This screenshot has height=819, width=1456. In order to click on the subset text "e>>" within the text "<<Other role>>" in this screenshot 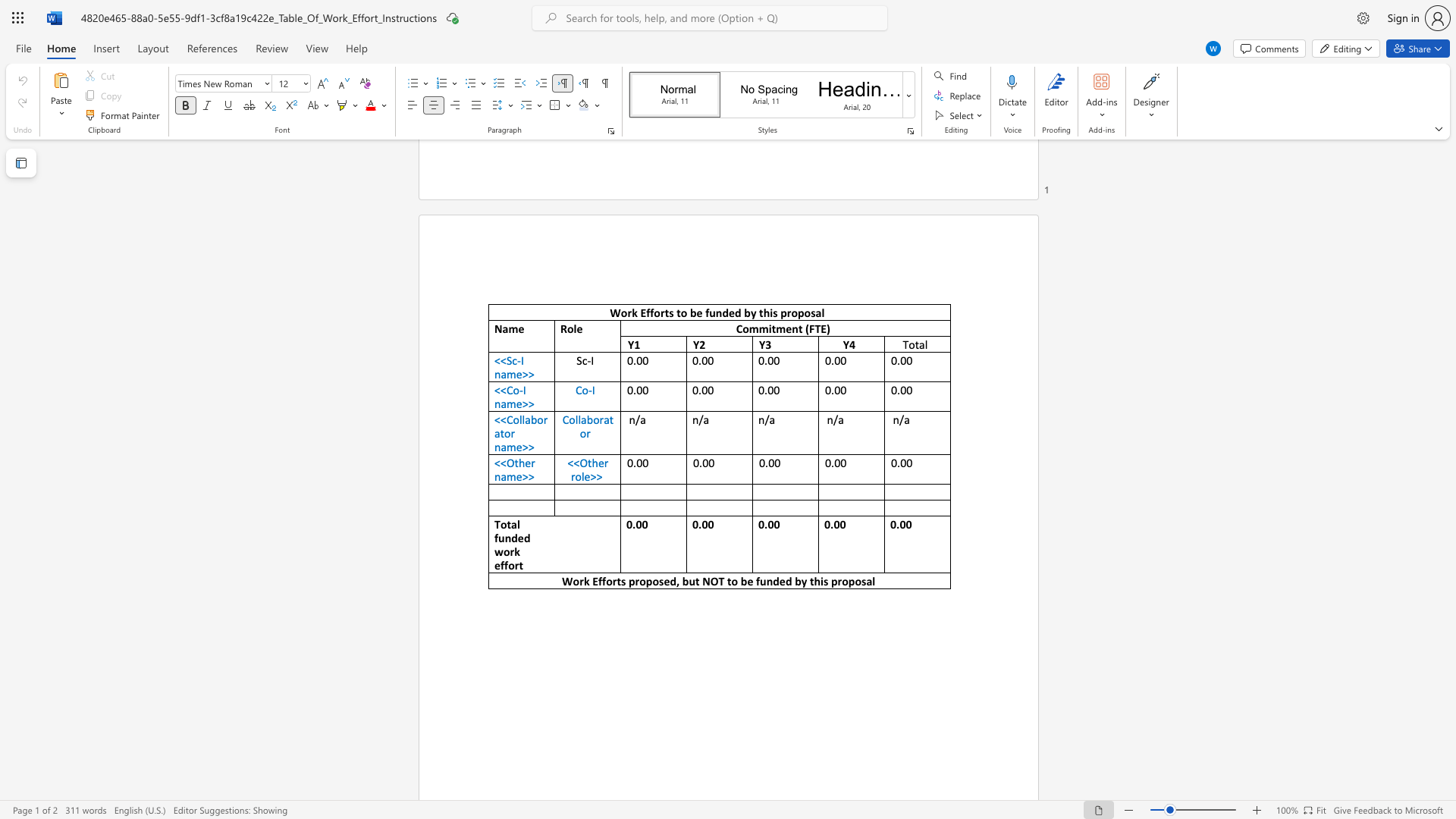, I will do `click(583, 475)`.